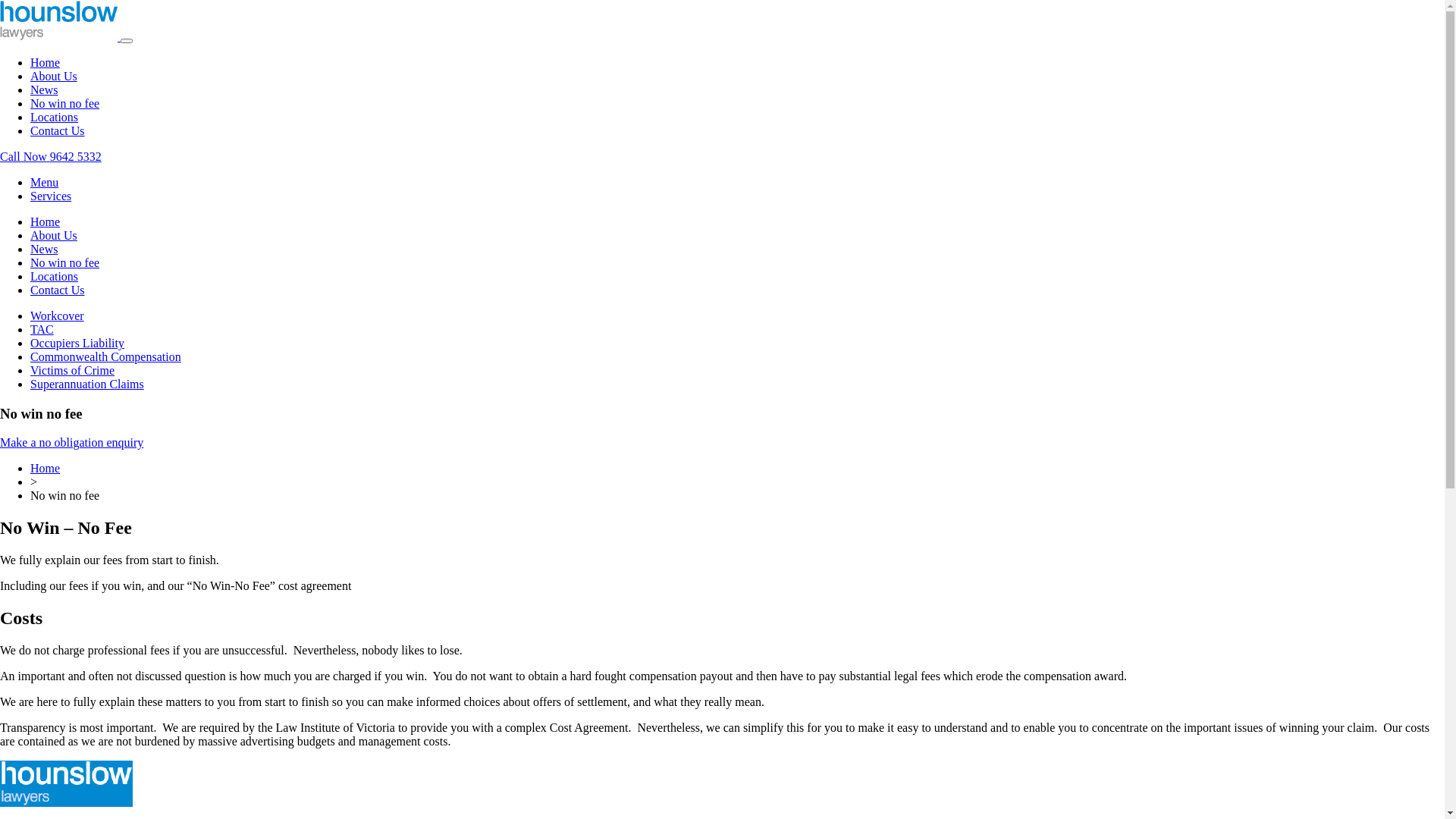 The image size is (1456, 819). Describe the element at coordinates (54, 235) in the screenshot. I see `'About Us'` at that location.